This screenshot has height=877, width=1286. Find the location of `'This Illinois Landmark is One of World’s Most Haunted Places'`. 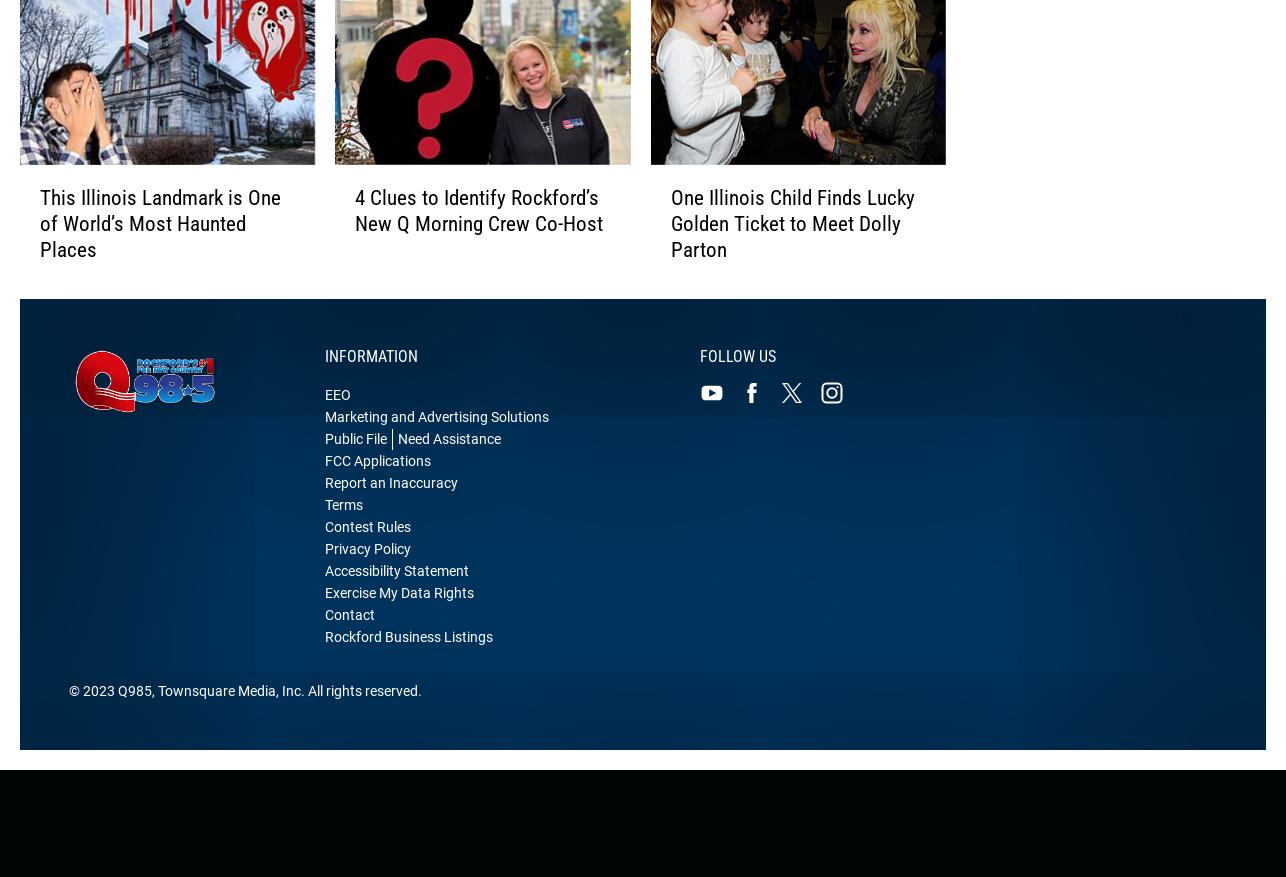

'This Illinois Landmark is One of World’s Most Haunted Places' is located at coordinates (160, 245).